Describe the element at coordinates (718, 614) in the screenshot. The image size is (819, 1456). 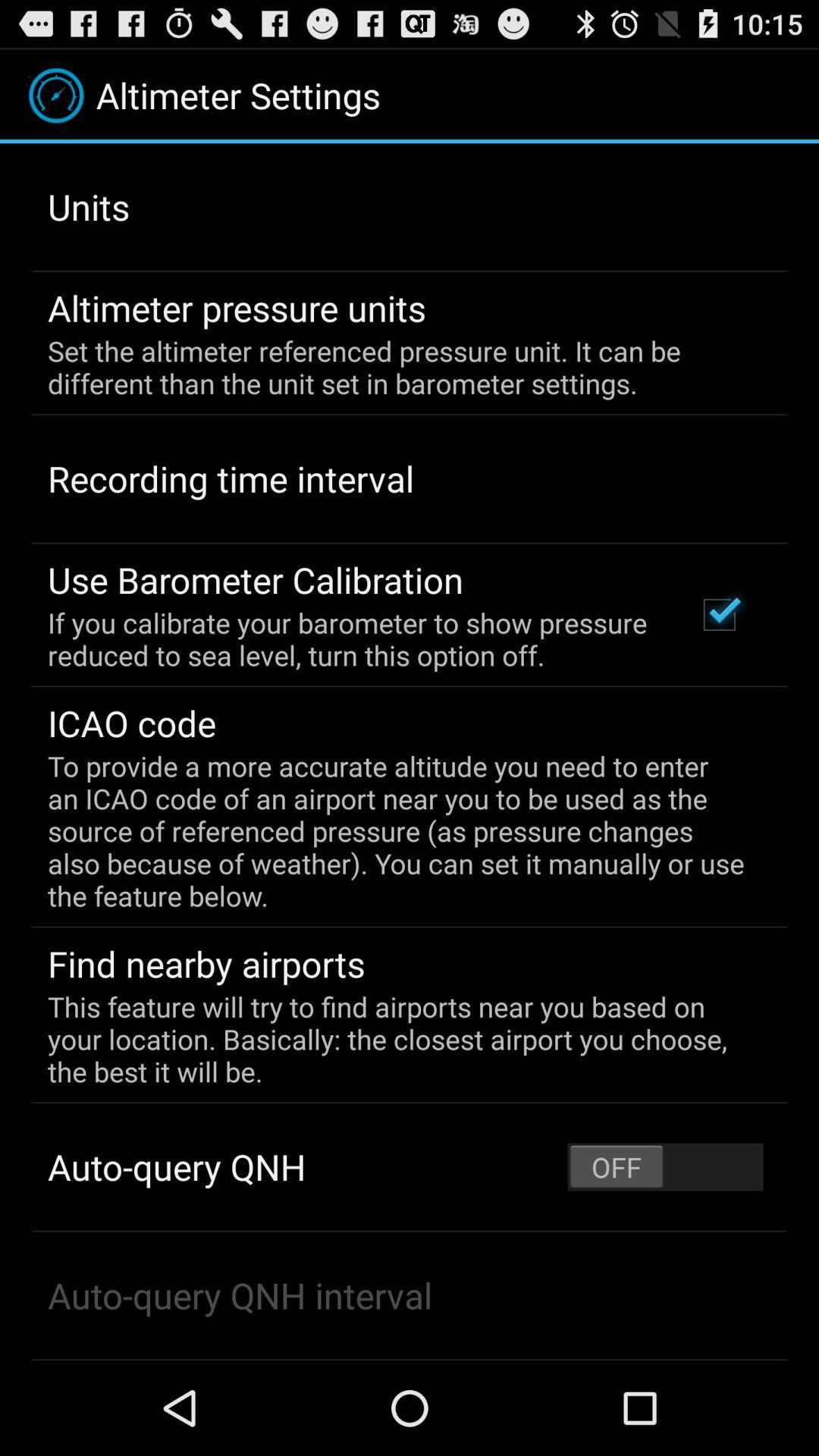
I see `app to the right of the if you calibrate app` at that location.